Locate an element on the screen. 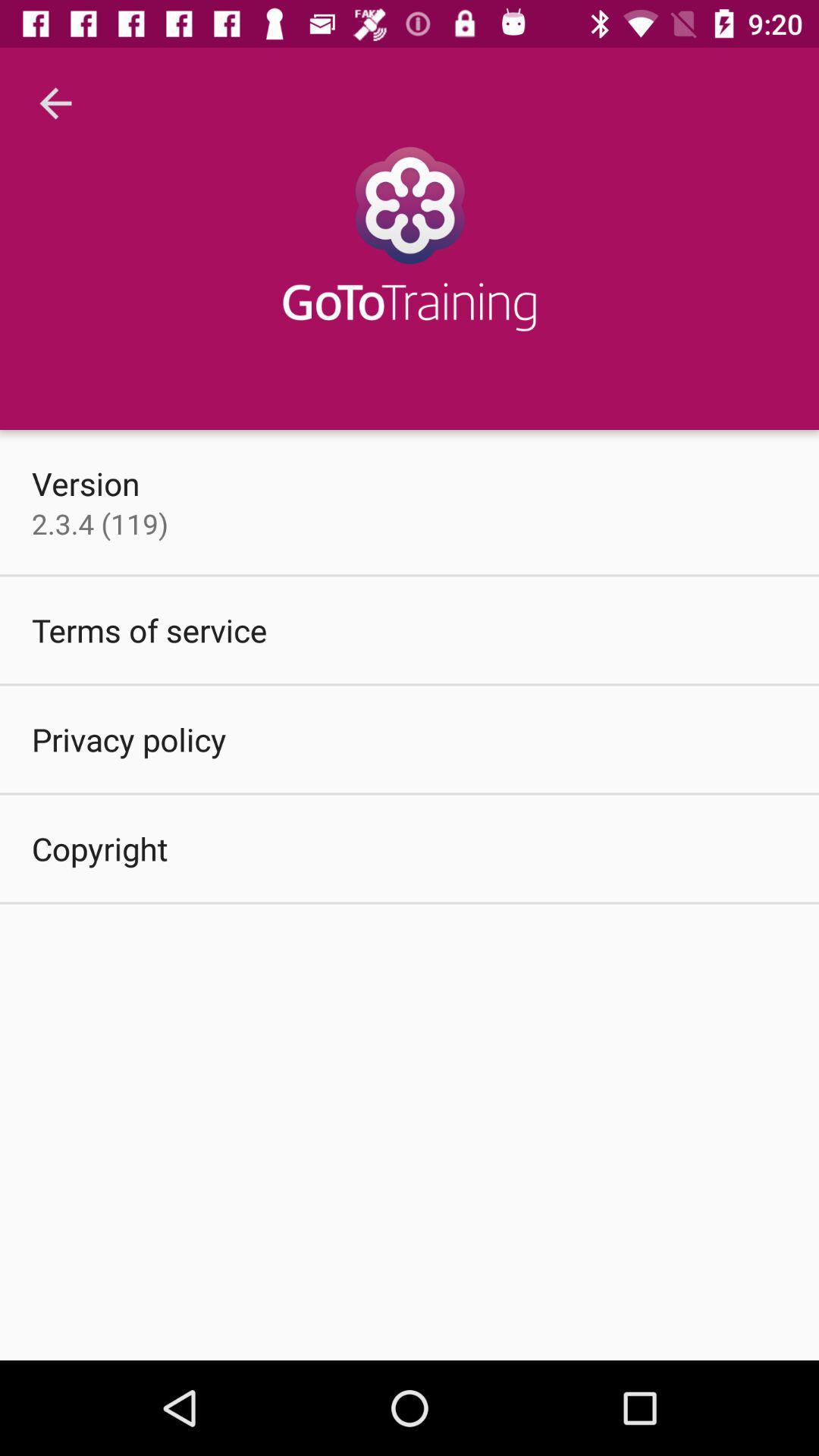 This screenshot has height=1456, width=819. the icon above version item is located at coordinates (55, 102).